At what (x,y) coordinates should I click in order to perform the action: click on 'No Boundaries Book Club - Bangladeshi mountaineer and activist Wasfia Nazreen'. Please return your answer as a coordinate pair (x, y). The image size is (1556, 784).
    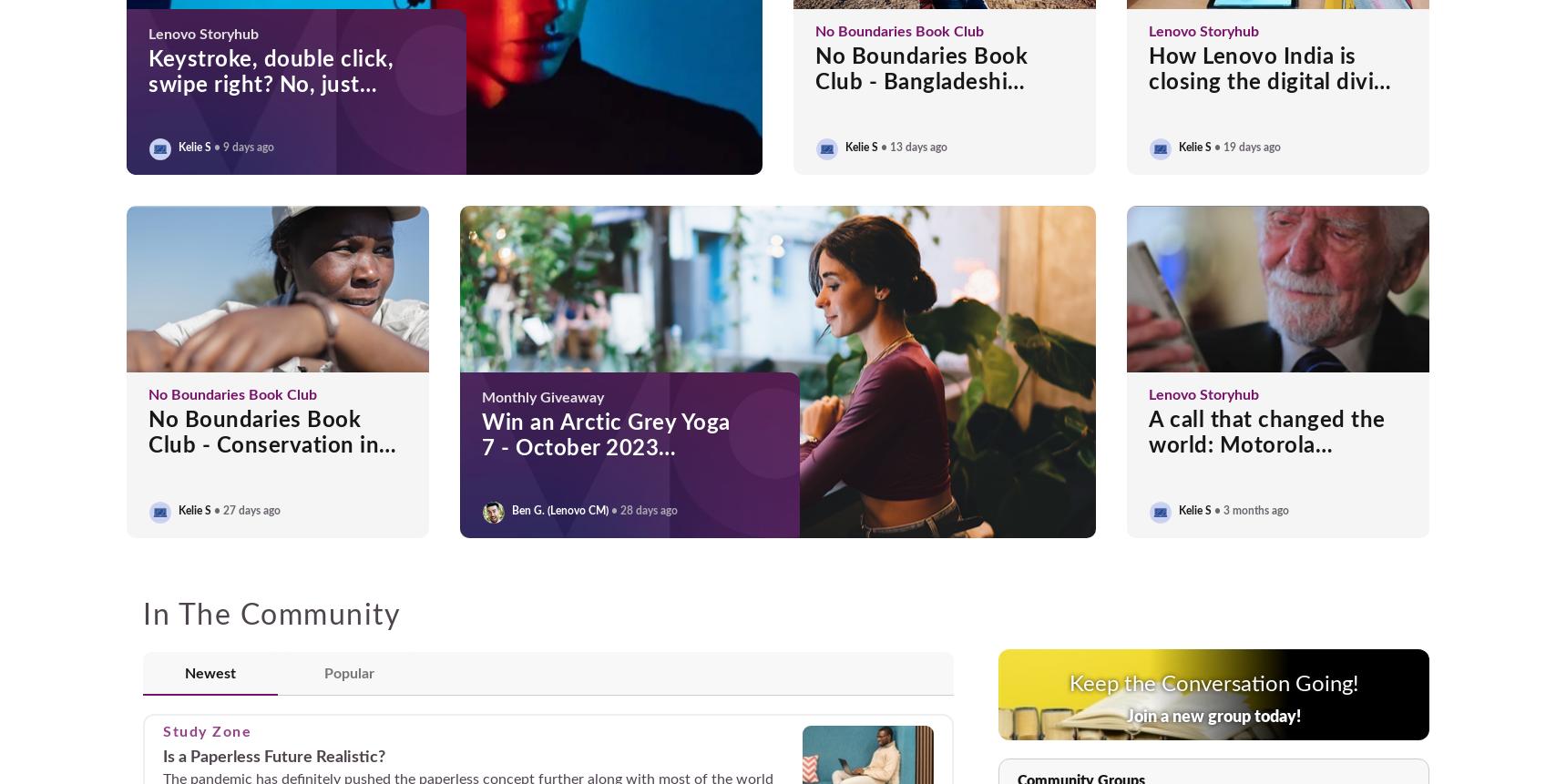
    Looking at the image, I should click on (942, 94).